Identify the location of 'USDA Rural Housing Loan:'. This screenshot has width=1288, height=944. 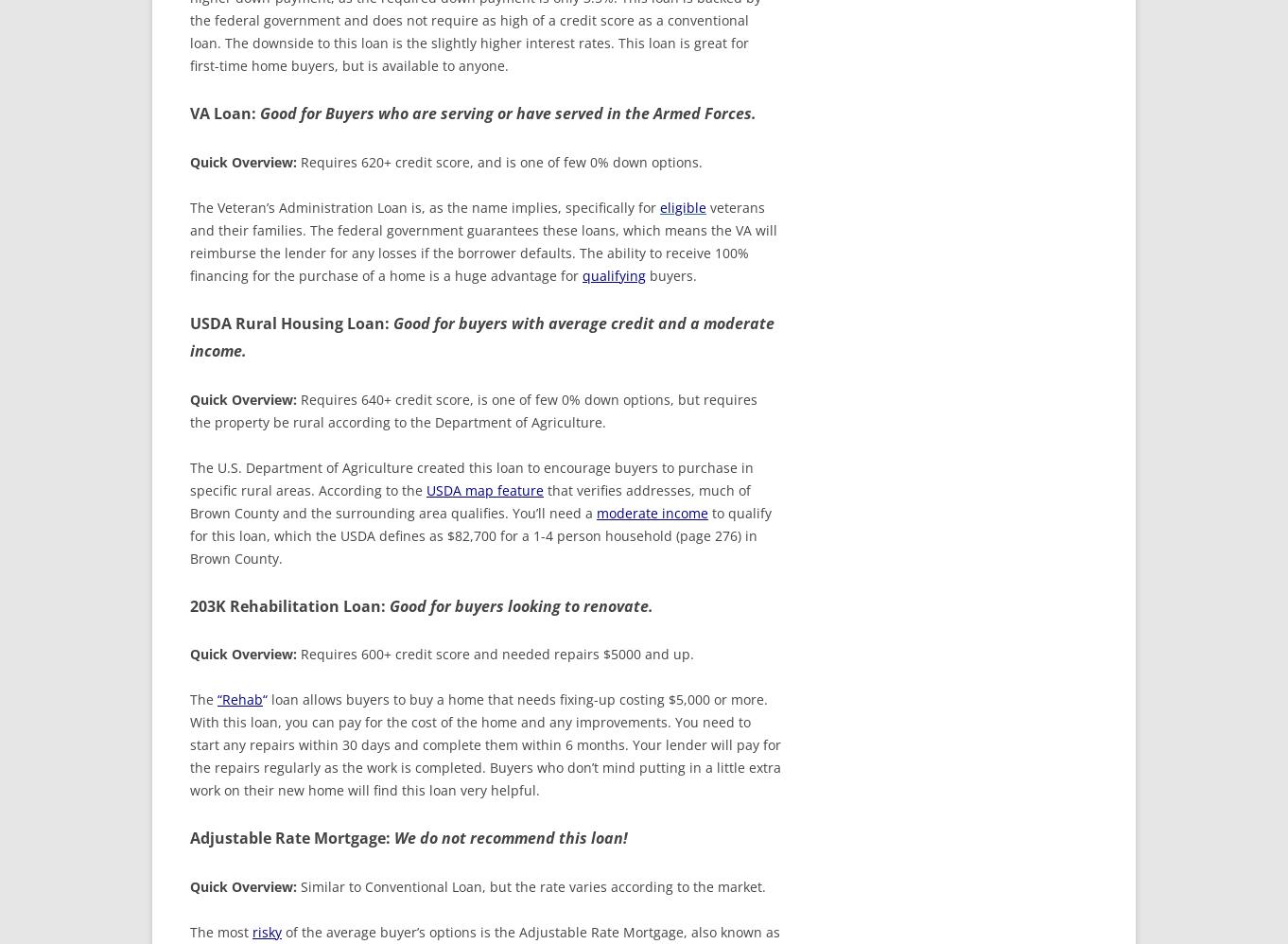
(190, 323).